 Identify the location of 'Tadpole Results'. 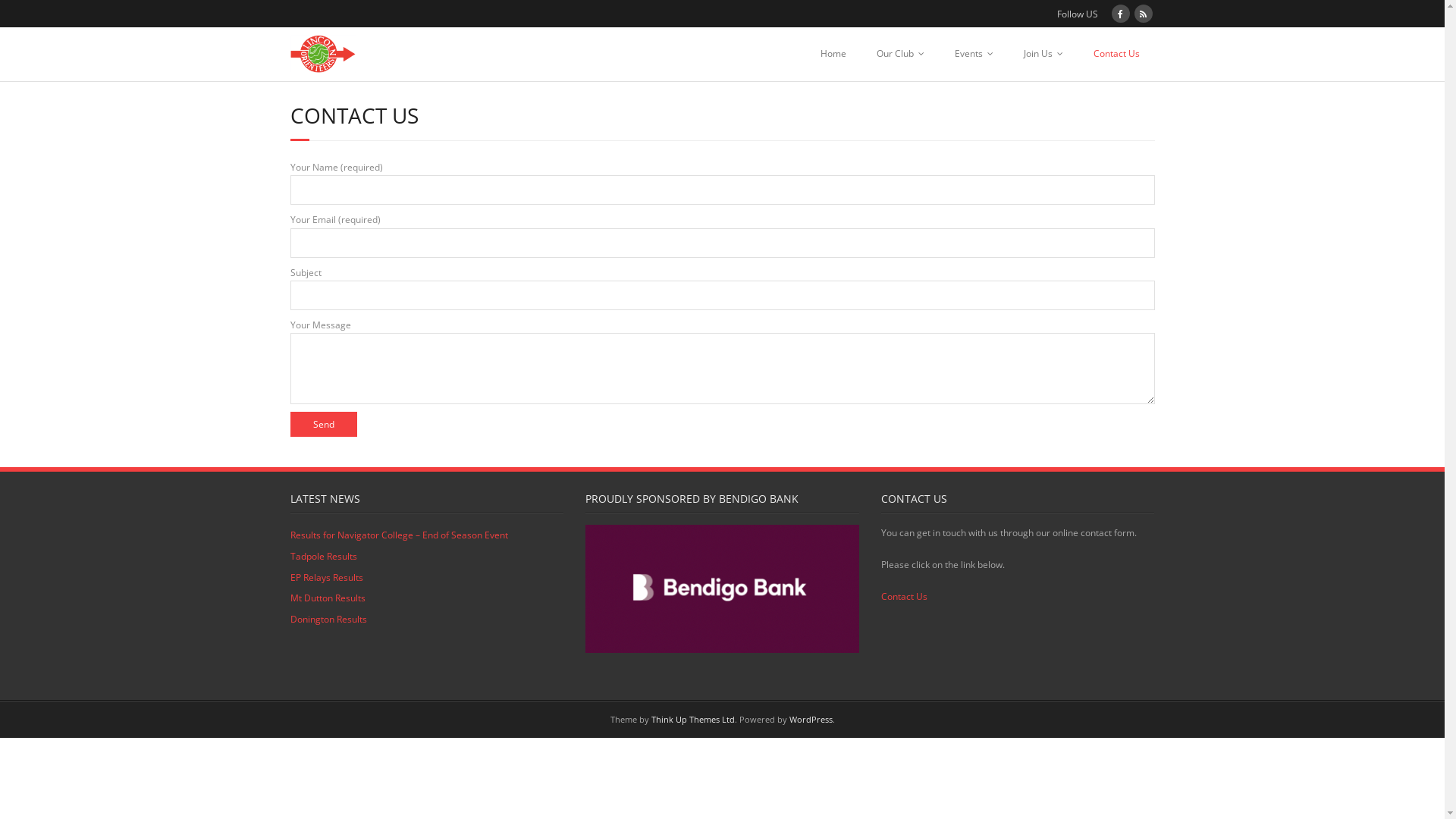
(322, 556).